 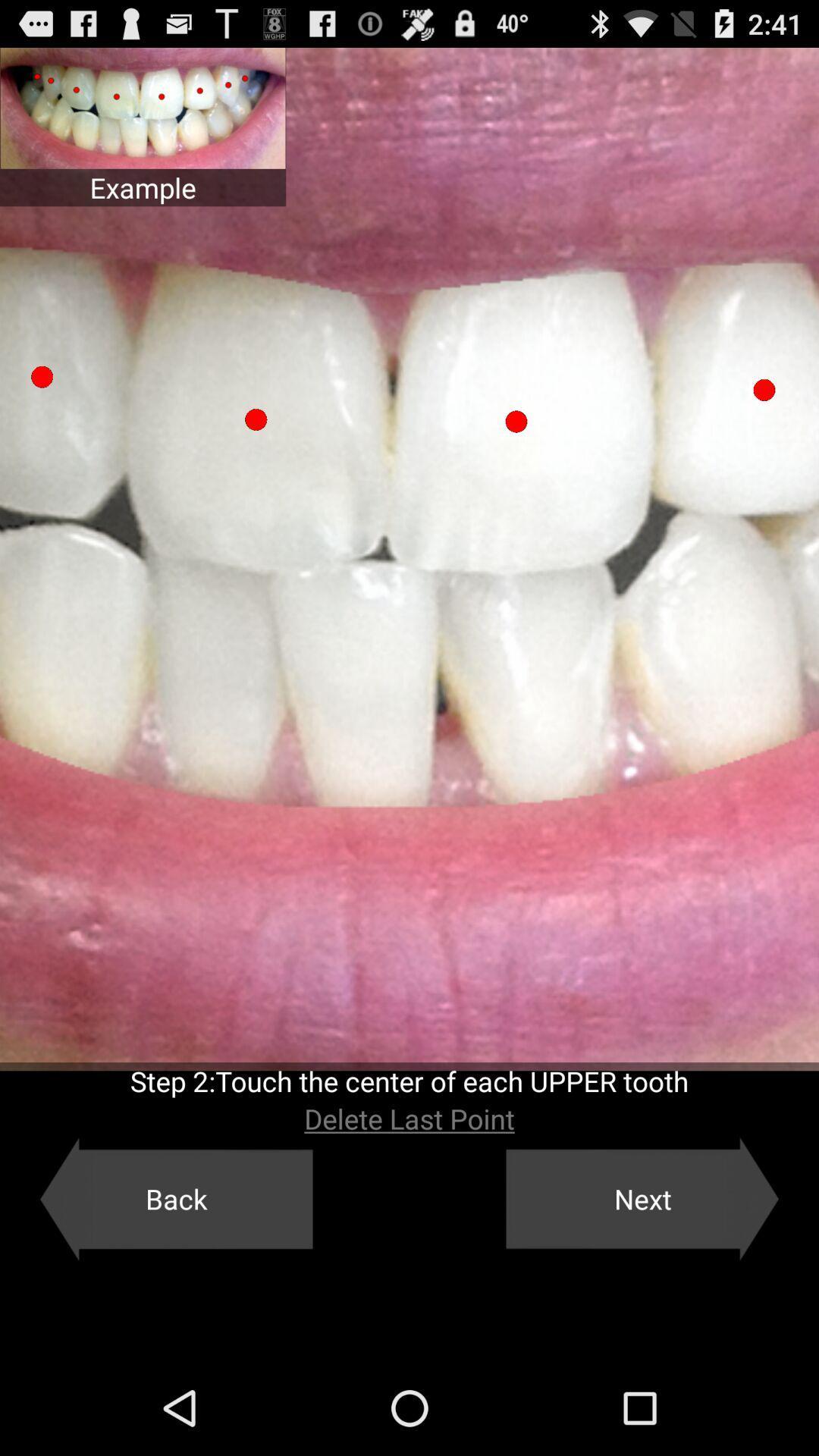 I want to click on icon below the delete last point, so click(x=175, y=1198).